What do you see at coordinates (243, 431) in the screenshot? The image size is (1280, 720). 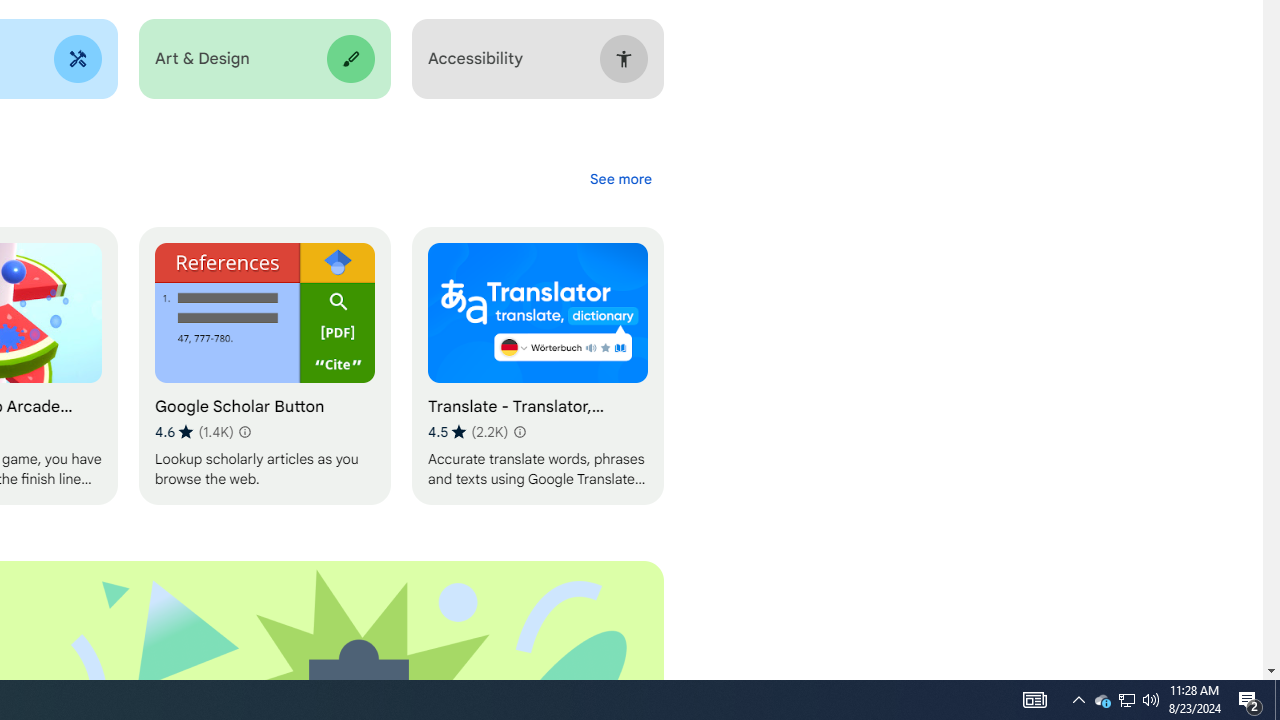 I see `'Learn more about results and reviews "Google Scholar Button"'` at bounding box center [243, 431].